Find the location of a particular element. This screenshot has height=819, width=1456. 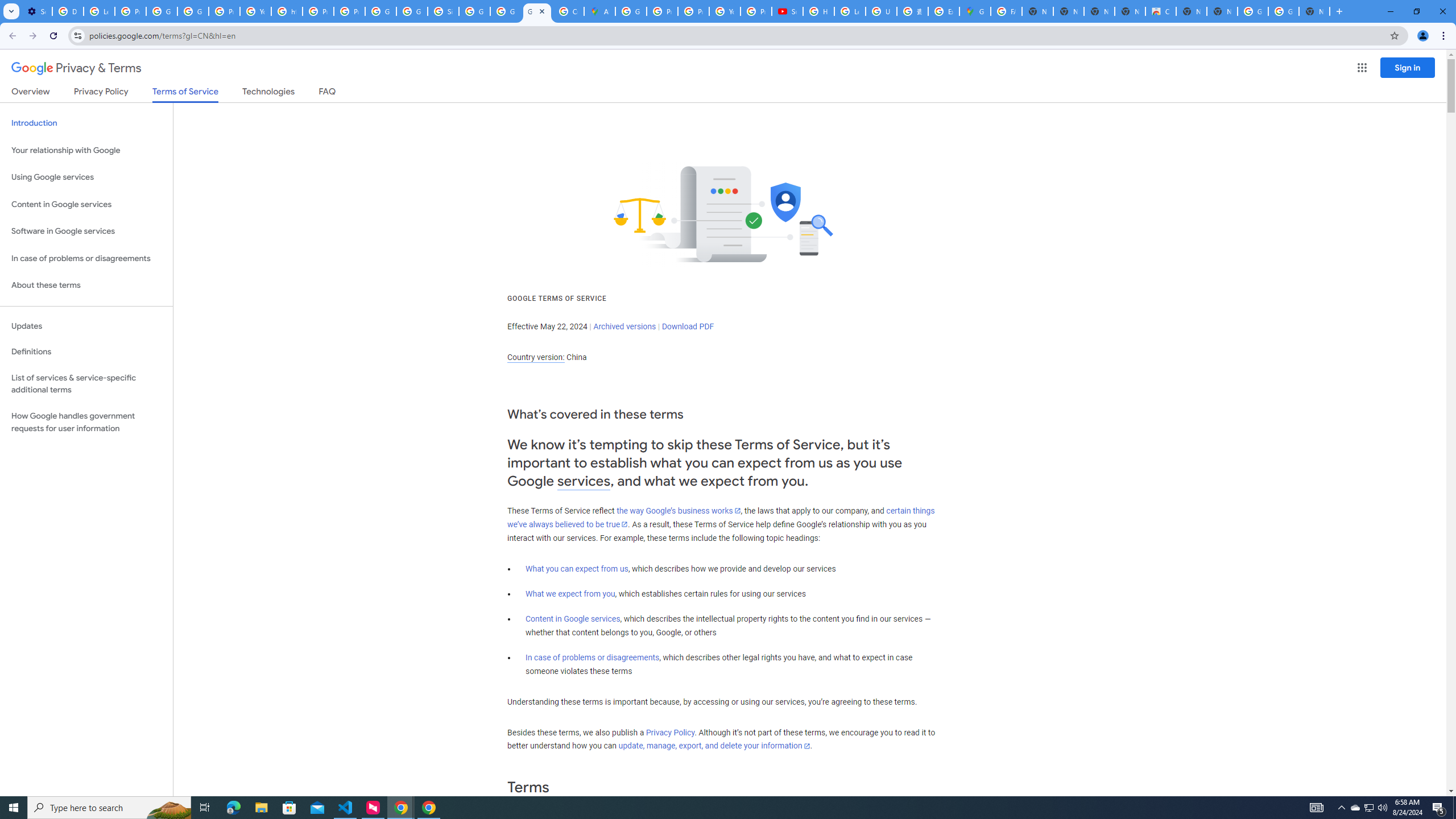

'Using Google services' is located at coordinates (86, 176).